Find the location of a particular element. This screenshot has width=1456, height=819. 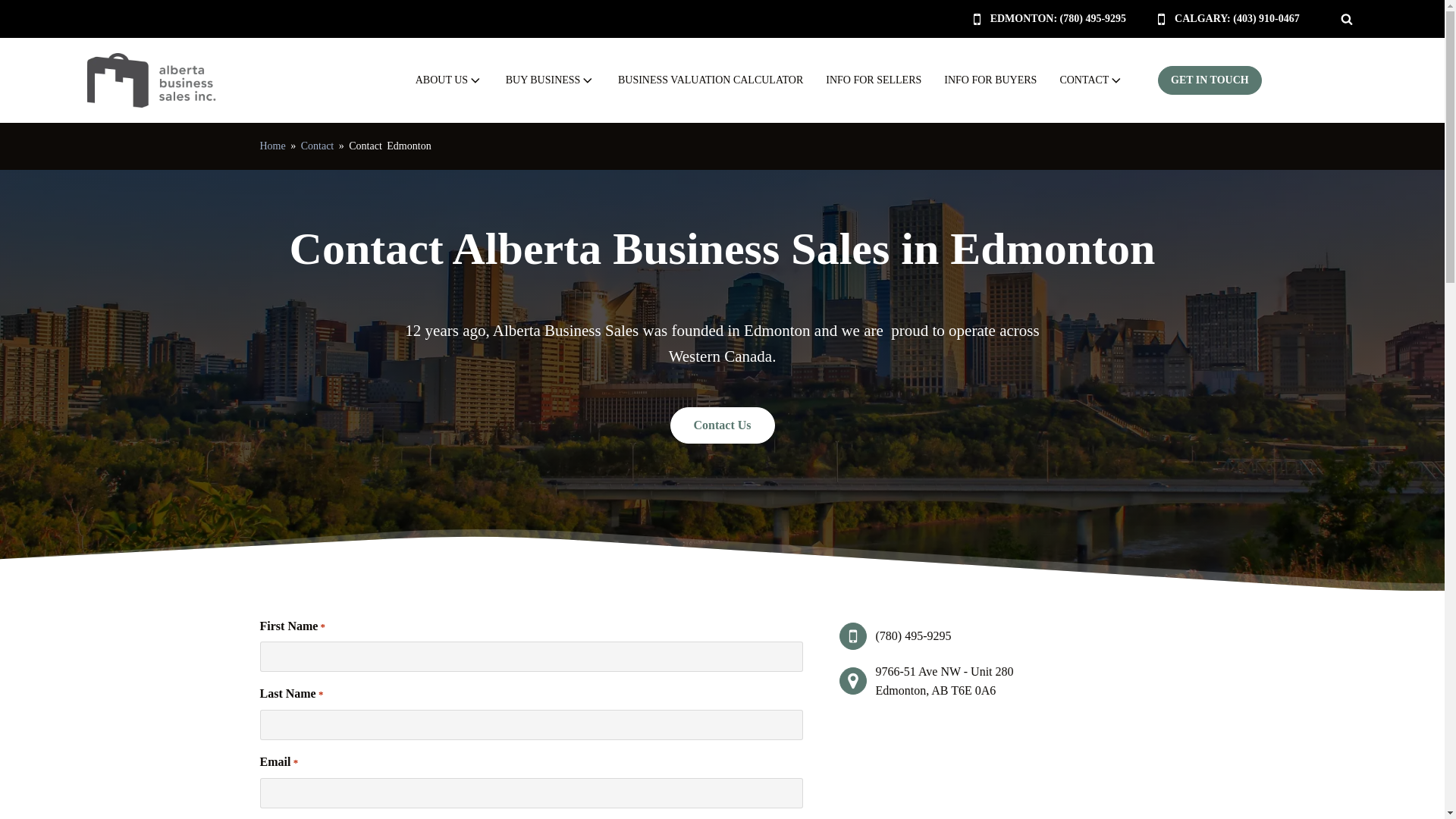

'Contact Us' is located at coordinates (722, 425).